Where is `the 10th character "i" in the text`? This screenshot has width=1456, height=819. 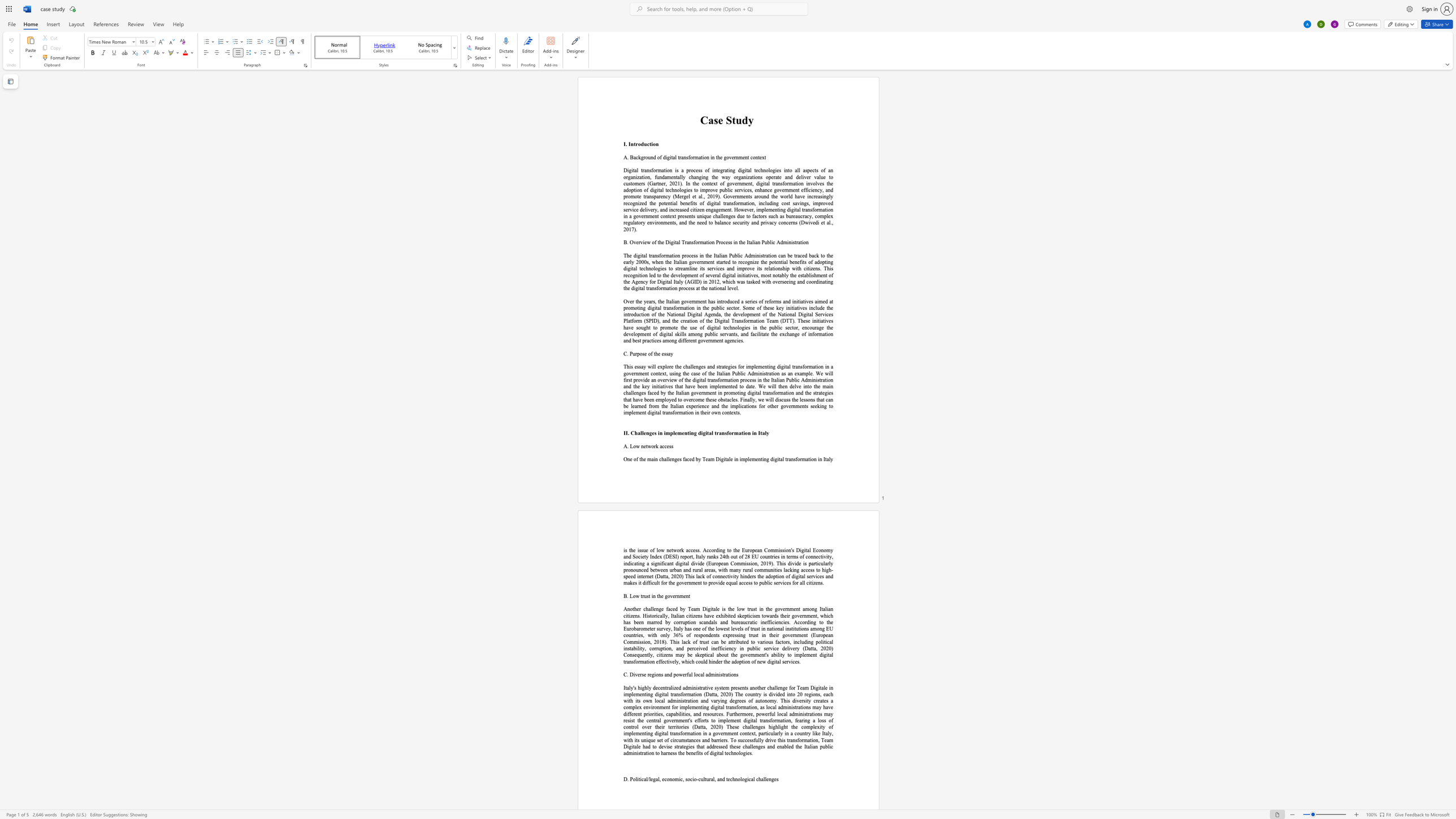 the 10th character "i" in the text is located at coordinates (624, 412).